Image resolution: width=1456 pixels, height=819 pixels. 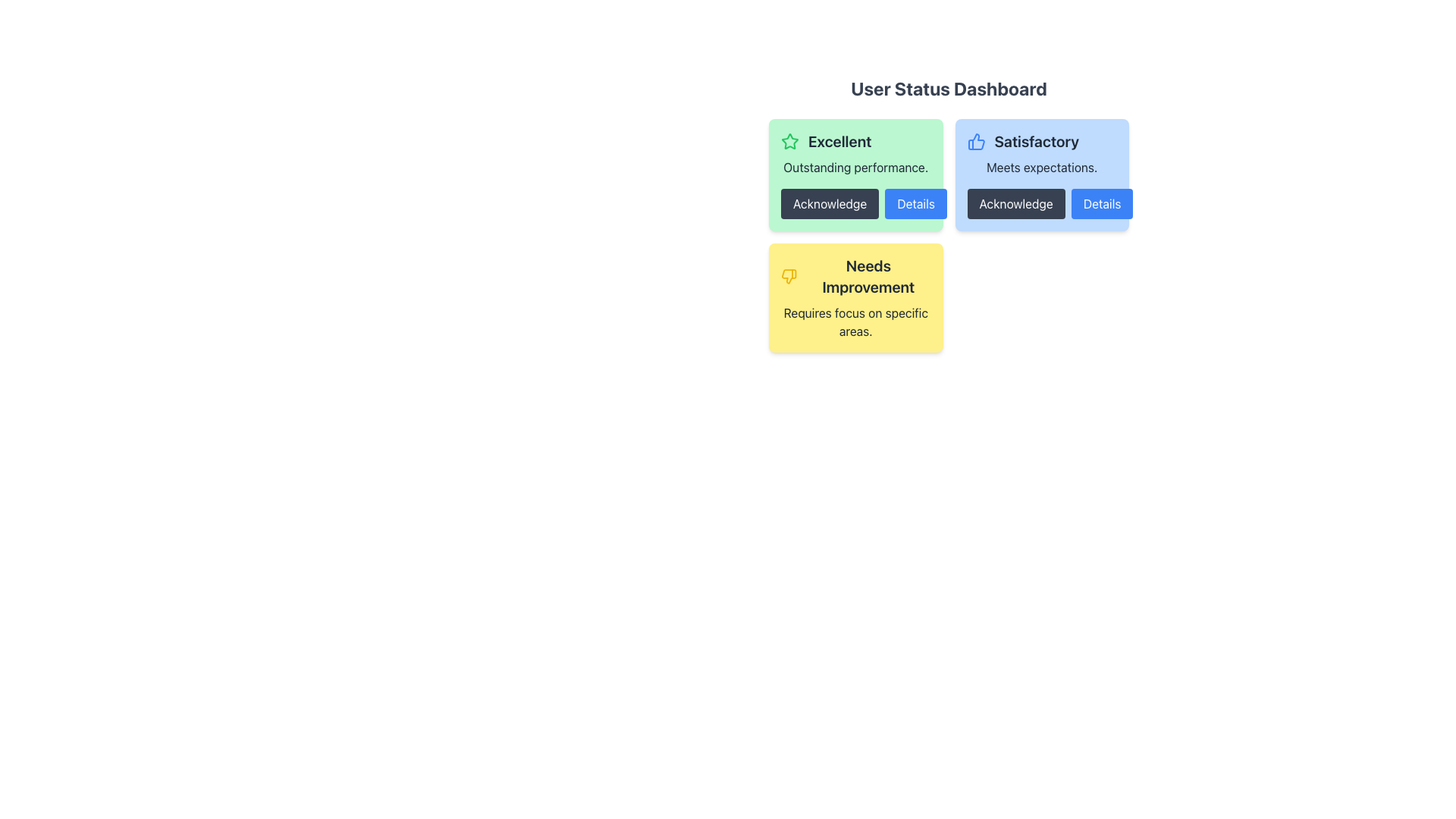 I want to click on text element that displays 'Meets expectations.' in a medium gray font on a light blue background, located below 'Satisfactory' and above 'Acknowledge' and 'Details' buttons, so click(x=1041, y=167).